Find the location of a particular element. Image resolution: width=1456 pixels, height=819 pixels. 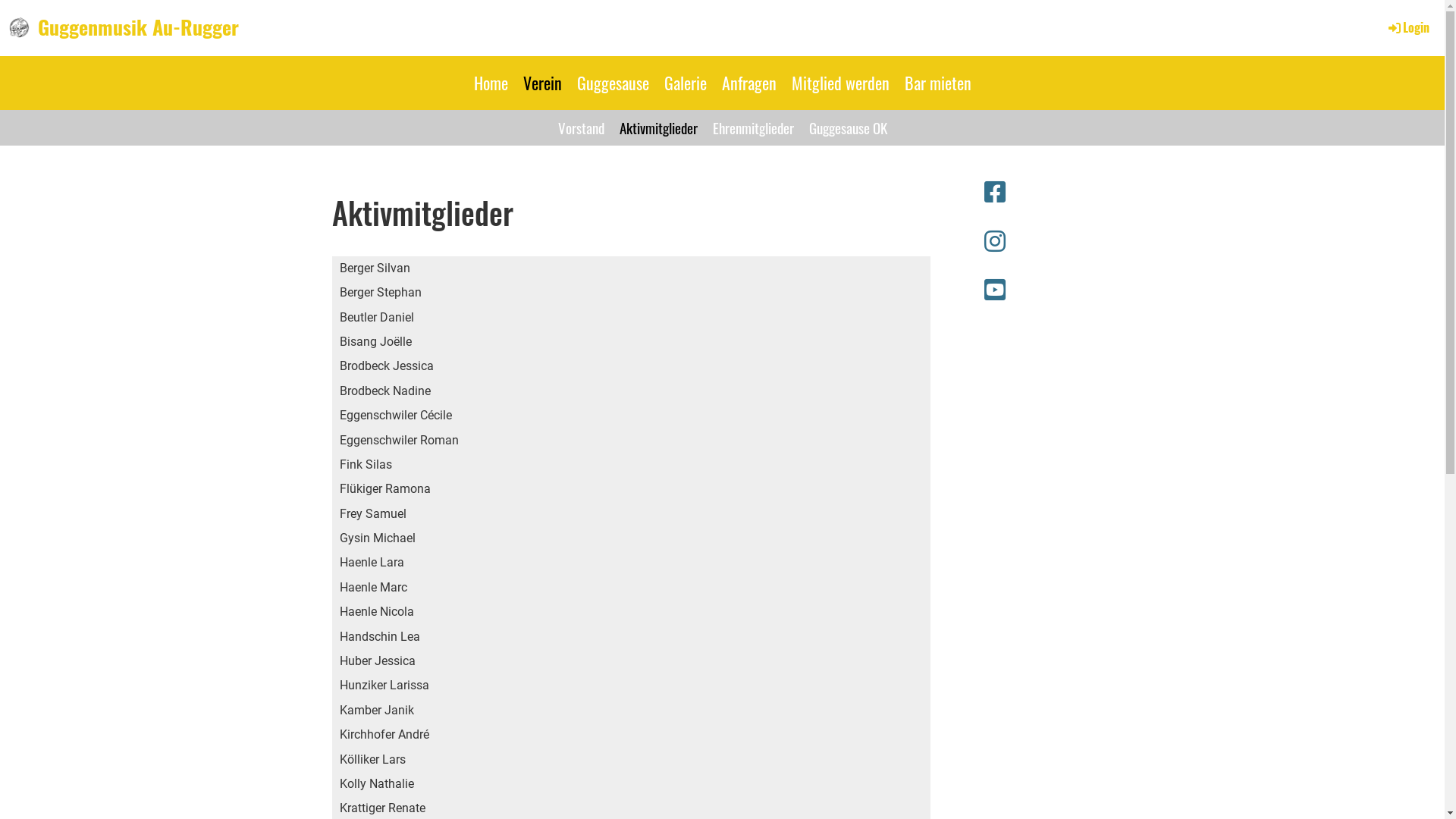

'Brodbeck Nadine' is located at coordinates (331, 391).